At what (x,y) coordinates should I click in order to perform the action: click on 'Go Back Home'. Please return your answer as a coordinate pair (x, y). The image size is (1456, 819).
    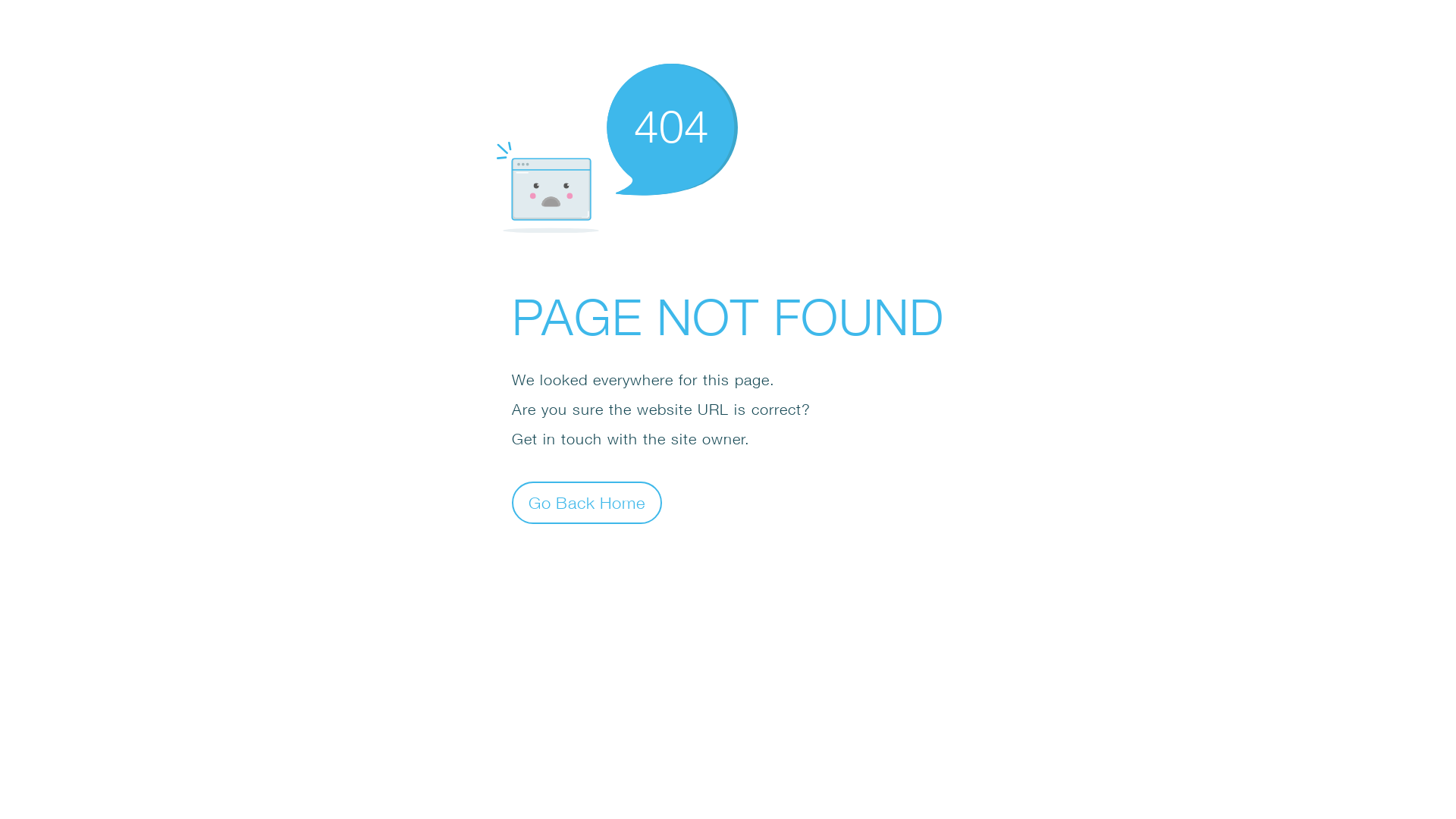
    Looking at the image, I should click on (585, 503).